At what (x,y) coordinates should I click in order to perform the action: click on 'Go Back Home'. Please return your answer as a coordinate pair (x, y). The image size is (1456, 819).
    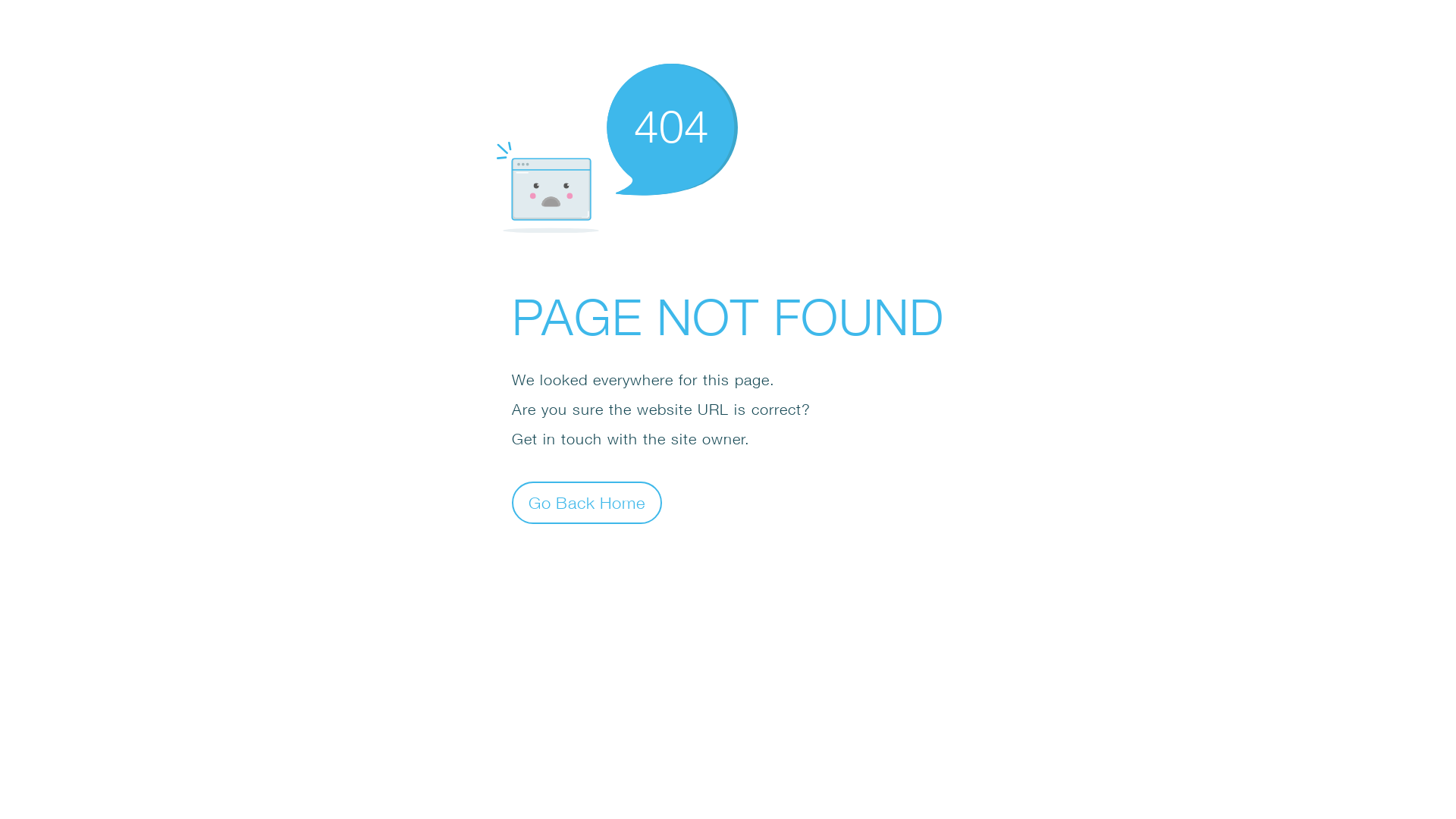
    Looking at the image, I should click on (585, 503).